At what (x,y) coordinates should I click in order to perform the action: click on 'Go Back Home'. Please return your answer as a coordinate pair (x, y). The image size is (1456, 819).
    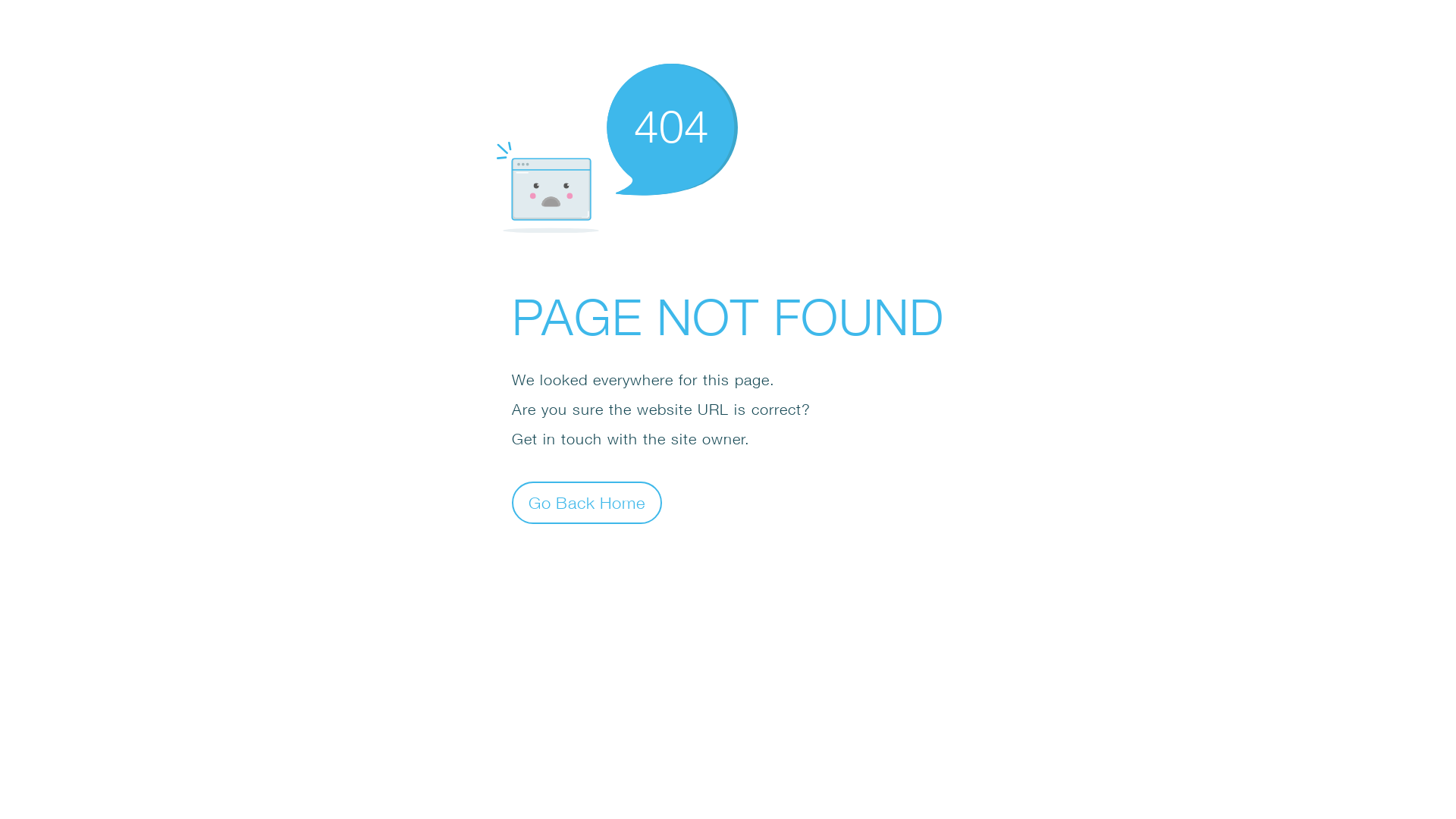
    Looking at the image, I should click on (585, 503).